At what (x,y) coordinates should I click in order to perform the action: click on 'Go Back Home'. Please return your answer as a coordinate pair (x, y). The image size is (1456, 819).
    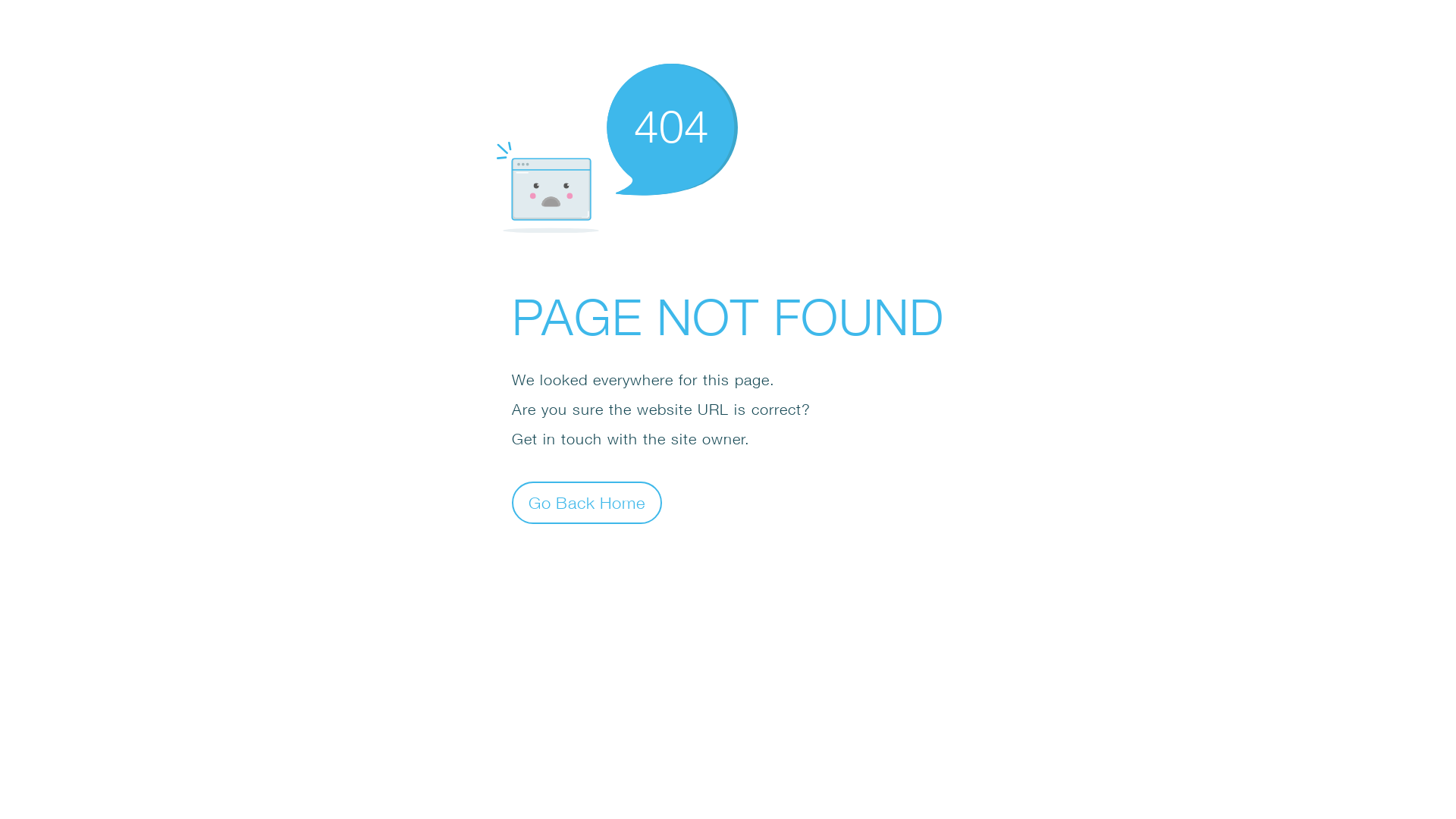
    Looking at the image, I should click on (585, 503).